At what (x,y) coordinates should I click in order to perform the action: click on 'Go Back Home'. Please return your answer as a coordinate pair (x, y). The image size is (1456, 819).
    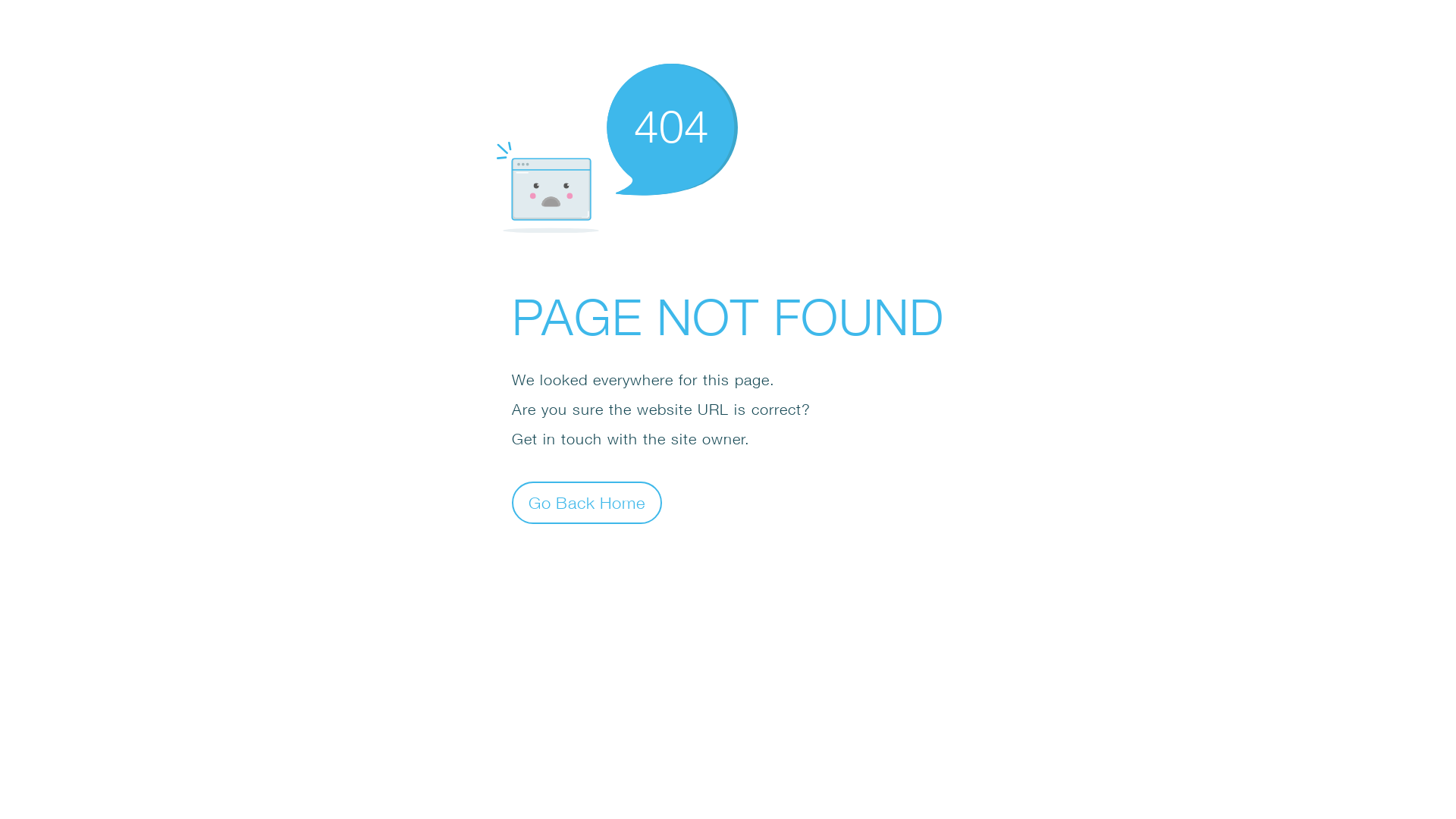
    Looking at the image, I should click on (585, 503).